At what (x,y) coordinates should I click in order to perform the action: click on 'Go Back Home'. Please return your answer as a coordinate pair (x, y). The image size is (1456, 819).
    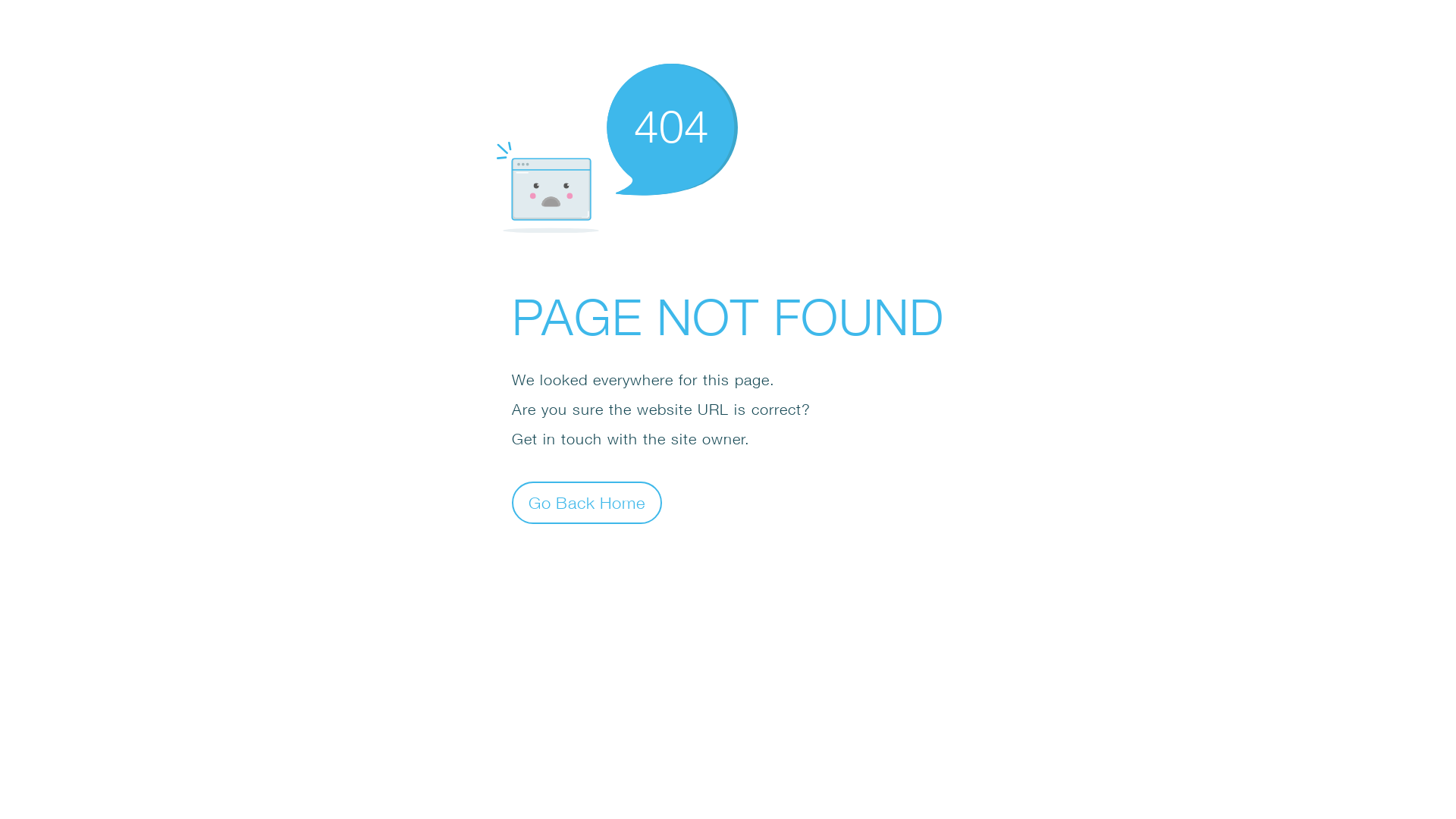
    Looking at the image, I should click on (585, 503).